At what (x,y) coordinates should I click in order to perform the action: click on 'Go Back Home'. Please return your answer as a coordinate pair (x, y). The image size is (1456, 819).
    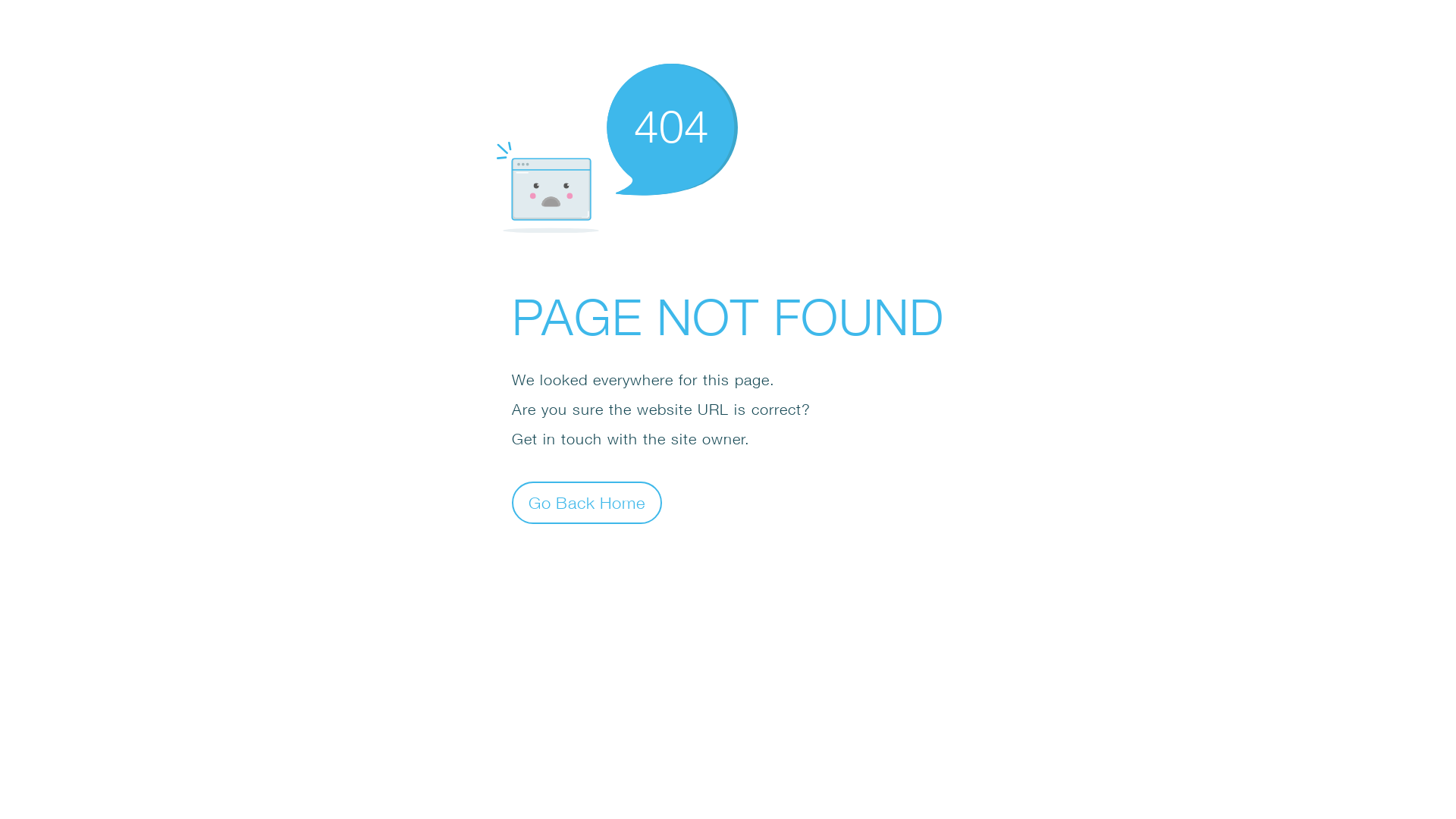
    Looking at the image, I should click on (585, 503).